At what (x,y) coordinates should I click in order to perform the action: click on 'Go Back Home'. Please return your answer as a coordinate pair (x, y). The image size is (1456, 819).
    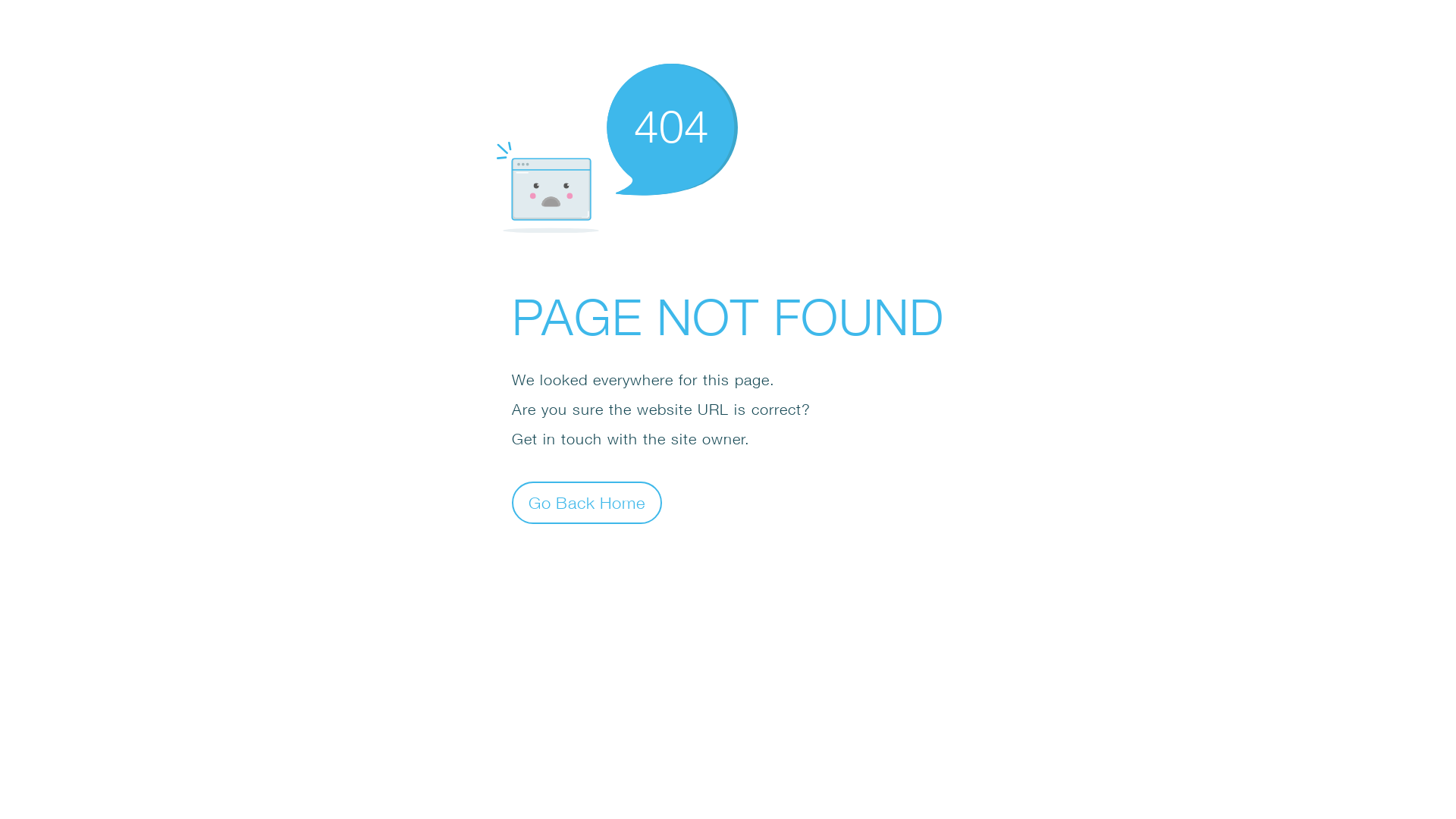
    Looking at the image, I should click on (585, 503).